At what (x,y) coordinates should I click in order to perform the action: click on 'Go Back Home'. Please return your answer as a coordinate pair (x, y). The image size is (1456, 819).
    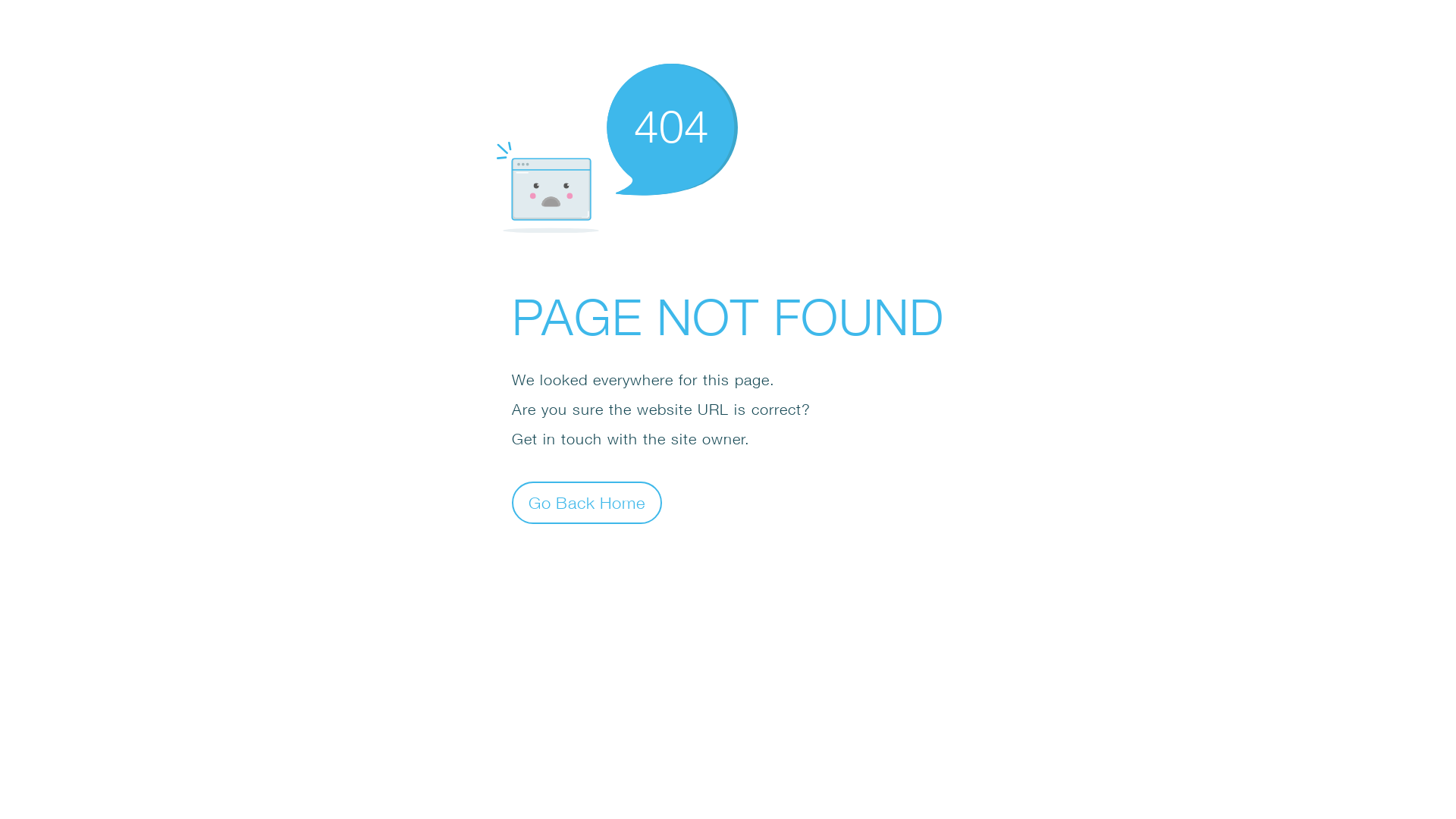
    Looking at the image, I should click on (585, 503).